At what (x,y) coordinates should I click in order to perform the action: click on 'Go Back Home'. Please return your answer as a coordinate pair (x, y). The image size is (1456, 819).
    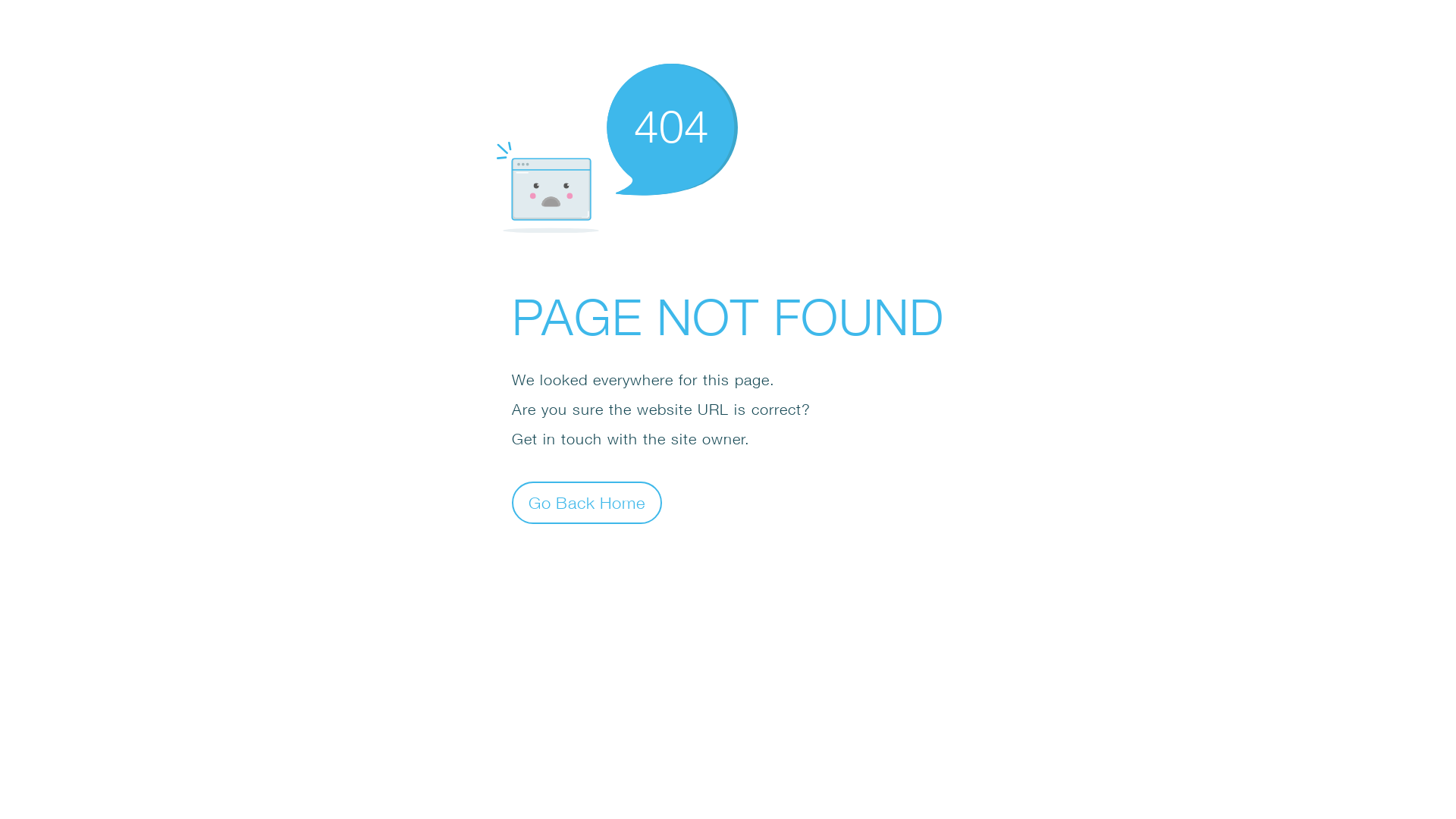
    Looking at the image, I should click on (585, 503).